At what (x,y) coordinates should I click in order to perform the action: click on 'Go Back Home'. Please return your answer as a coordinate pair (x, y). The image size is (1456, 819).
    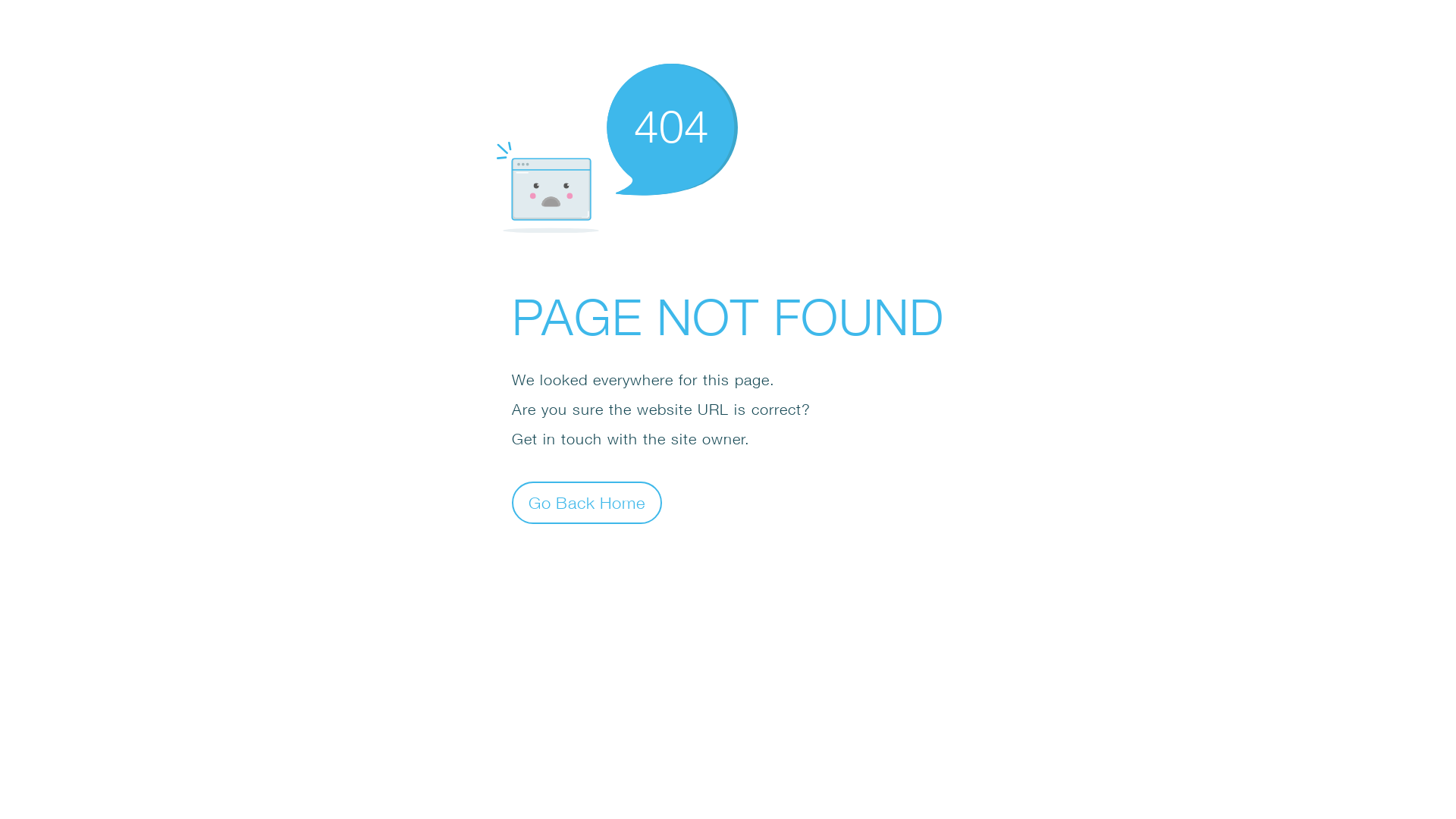
    Looking at the image, I should click on (585, 503).